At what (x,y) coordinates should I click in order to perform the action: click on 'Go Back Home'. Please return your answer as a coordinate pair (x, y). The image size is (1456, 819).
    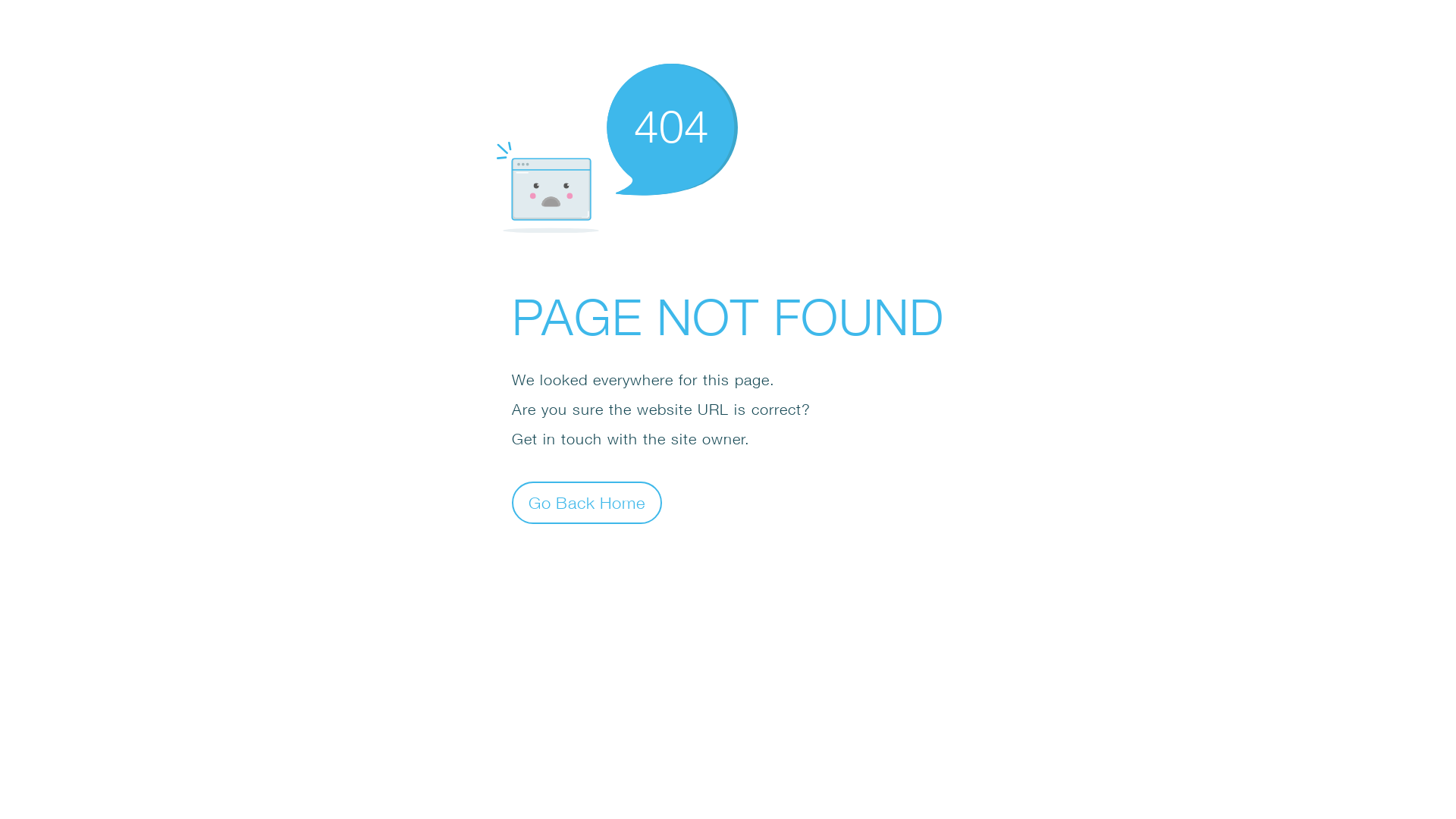
    Looking at the image, I should click on (585, 503).